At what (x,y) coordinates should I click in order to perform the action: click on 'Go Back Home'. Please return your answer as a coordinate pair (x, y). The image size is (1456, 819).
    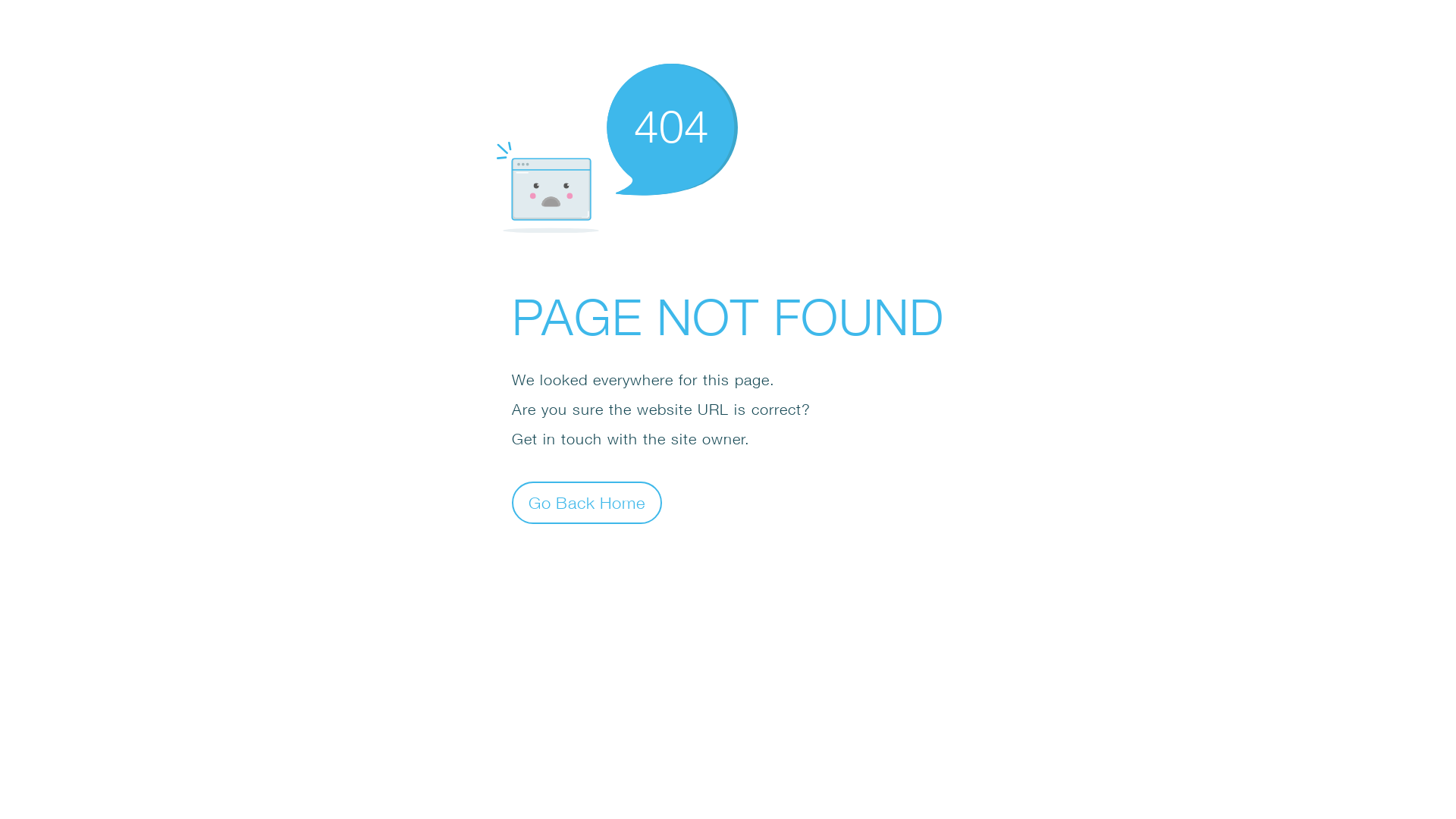
    Looking at the image, I should click on (585, 503).